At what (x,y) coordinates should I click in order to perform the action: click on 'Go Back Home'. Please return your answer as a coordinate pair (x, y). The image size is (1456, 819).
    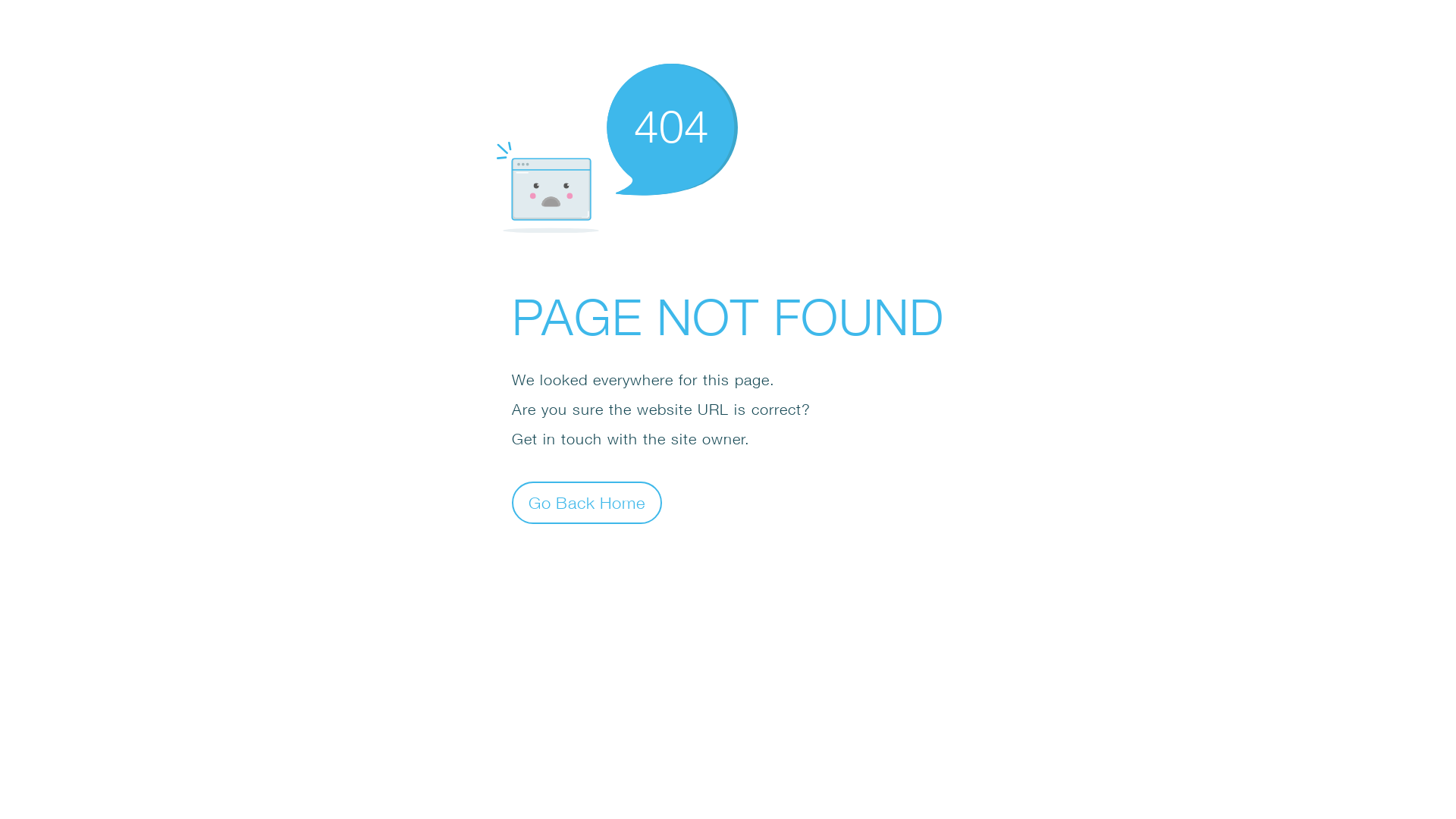
    Looking at the image, I should click on (585, 503).